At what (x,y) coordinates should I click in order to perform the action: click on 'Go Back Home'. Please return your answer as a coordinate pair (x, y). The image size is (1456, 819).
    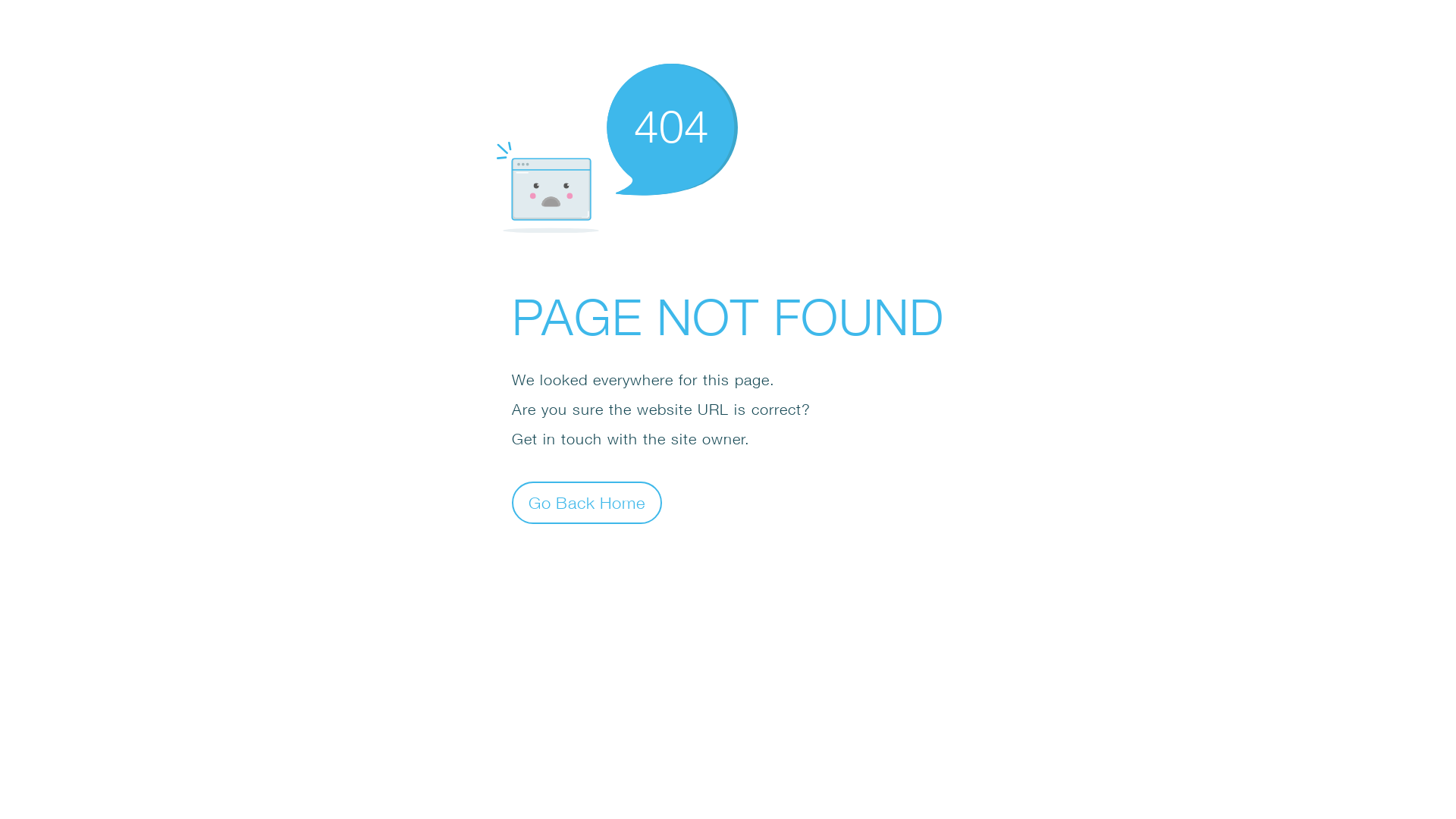
    Looking at the image, I should click on (585, 503).